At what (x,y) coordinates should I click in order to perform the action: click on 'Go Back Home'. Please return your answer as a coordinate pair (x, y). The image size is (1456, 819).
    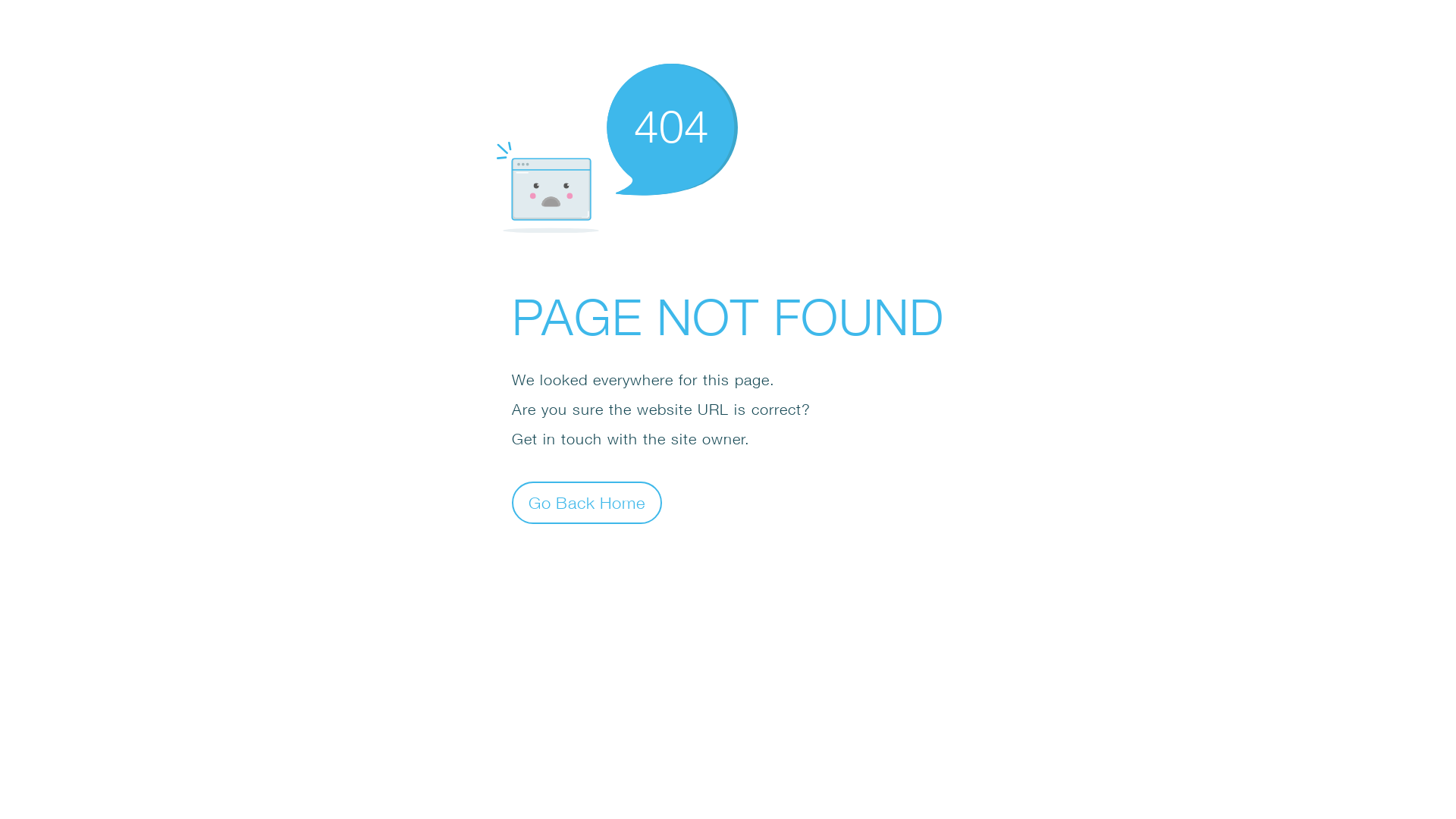
    Looking at the image, I should click on (585, 503).